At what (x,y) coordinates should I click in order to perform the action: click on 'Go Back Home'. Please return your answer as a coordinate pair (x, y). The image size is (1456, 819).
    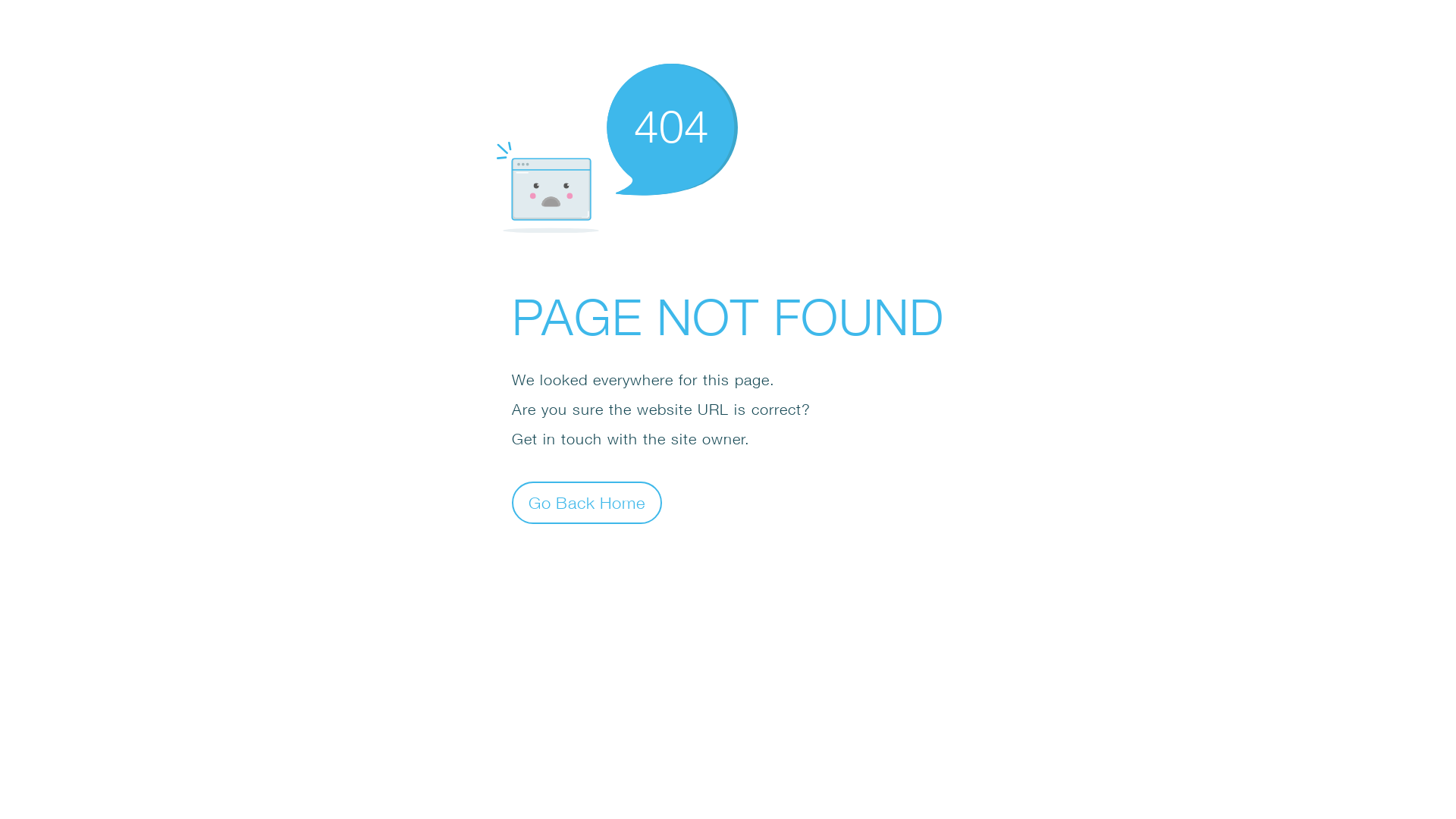
    Looking at the image, I should click on (585, 503).